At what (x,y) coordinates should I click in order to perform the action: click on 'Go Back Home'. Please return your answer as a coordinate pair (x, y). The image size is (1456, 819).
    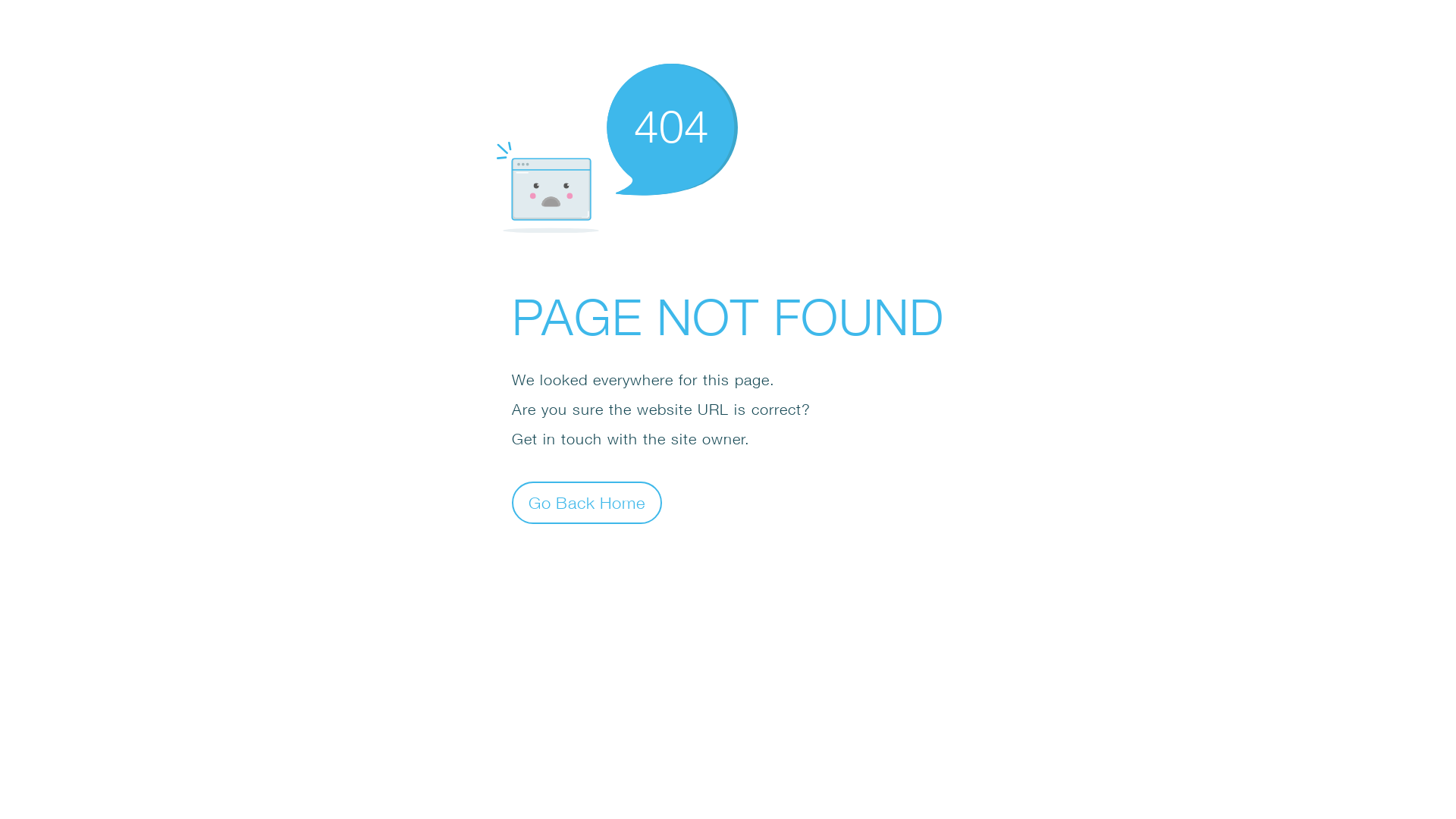
    Looking at the image, I should click on (585, 503).